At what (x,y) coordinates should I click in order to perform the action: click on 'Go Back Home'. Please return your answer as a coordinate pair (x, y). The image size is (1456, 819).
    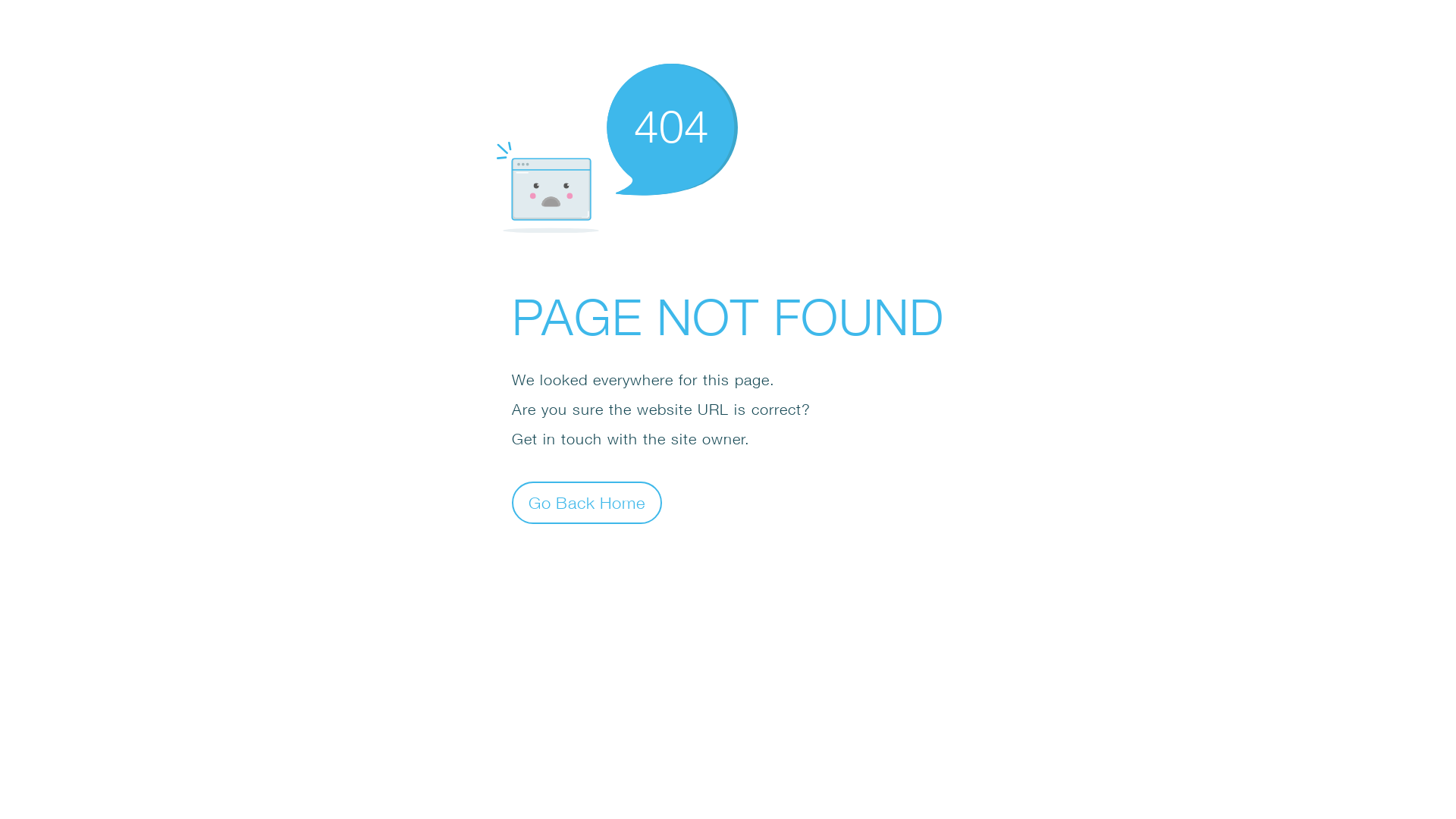
    Looking at the image, I should click on (585, 503).